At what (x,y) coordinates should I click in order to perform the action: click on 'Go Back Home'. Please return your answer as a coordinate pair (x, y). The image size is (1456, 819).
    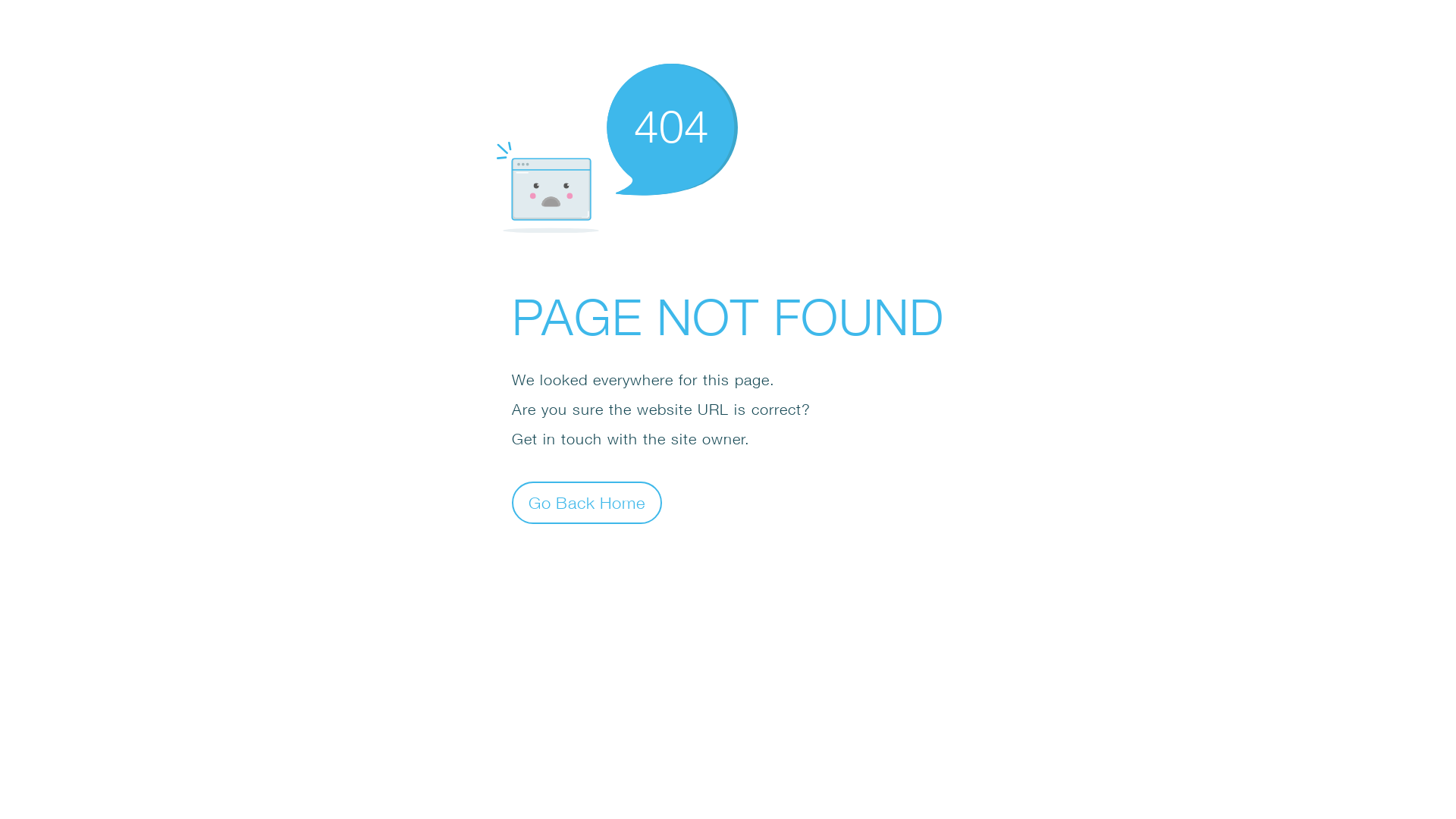
    Looking at the image, I should click on (585, 503).